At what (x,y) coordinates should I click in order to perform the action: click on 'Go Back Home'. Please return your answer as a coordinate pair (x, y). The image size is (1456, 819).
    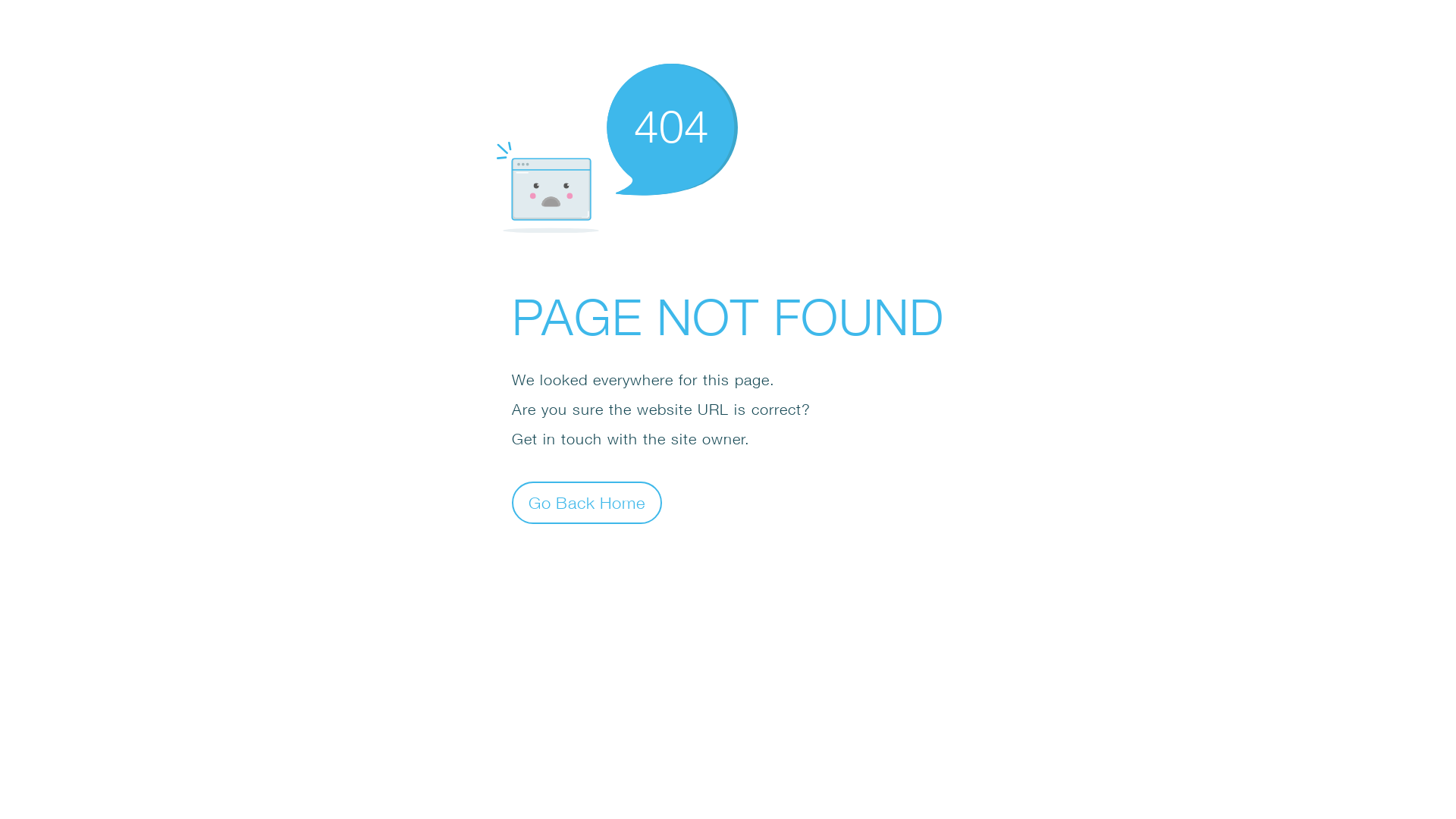
    Looking at the image, I should click on (585, 503).